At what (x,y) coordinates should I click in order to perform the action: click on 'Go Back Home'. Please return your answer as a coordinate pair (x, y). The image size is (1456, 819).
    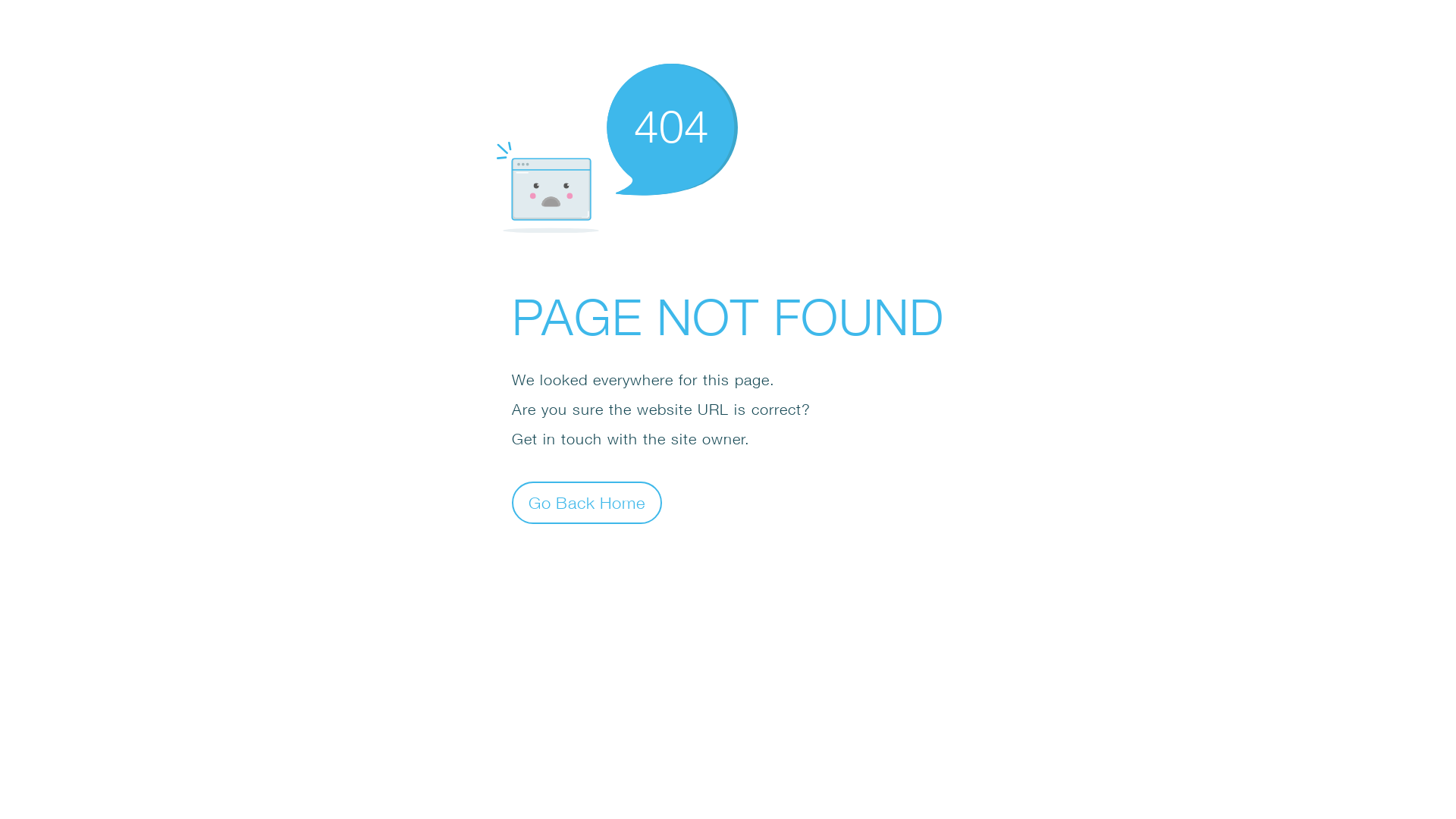
    Looking at the image, I should click on (585, 503).